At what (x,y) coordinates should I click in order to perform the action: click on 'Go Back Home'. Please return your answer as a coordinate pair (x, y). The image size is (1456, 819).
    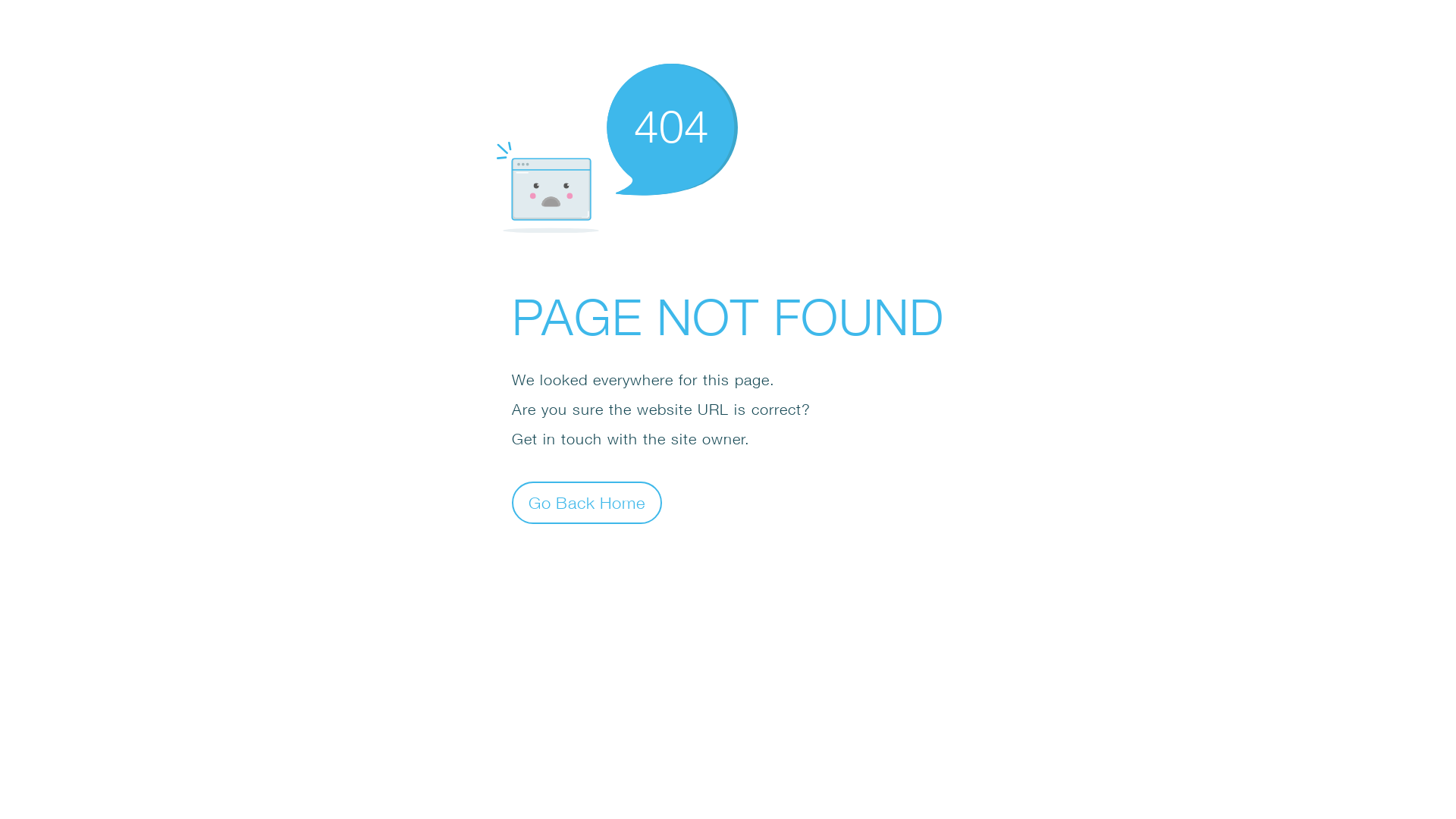
    Looking at the image, I should click on (585, 503).